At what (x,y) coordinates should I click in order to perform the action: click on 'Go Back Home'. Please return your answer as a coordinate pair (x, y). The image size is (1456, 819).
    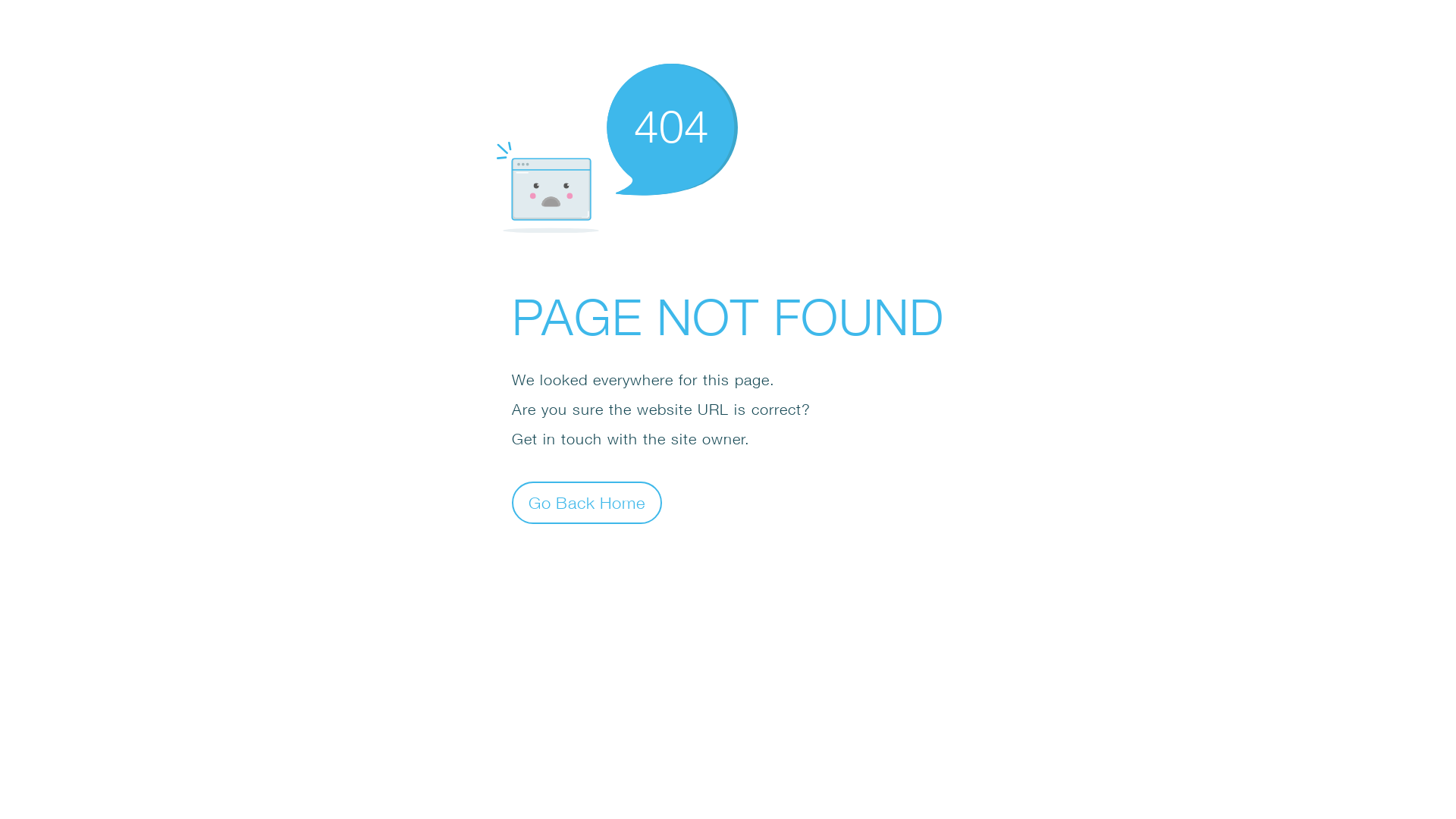
    Looking at the image, I should click on (585, 503).